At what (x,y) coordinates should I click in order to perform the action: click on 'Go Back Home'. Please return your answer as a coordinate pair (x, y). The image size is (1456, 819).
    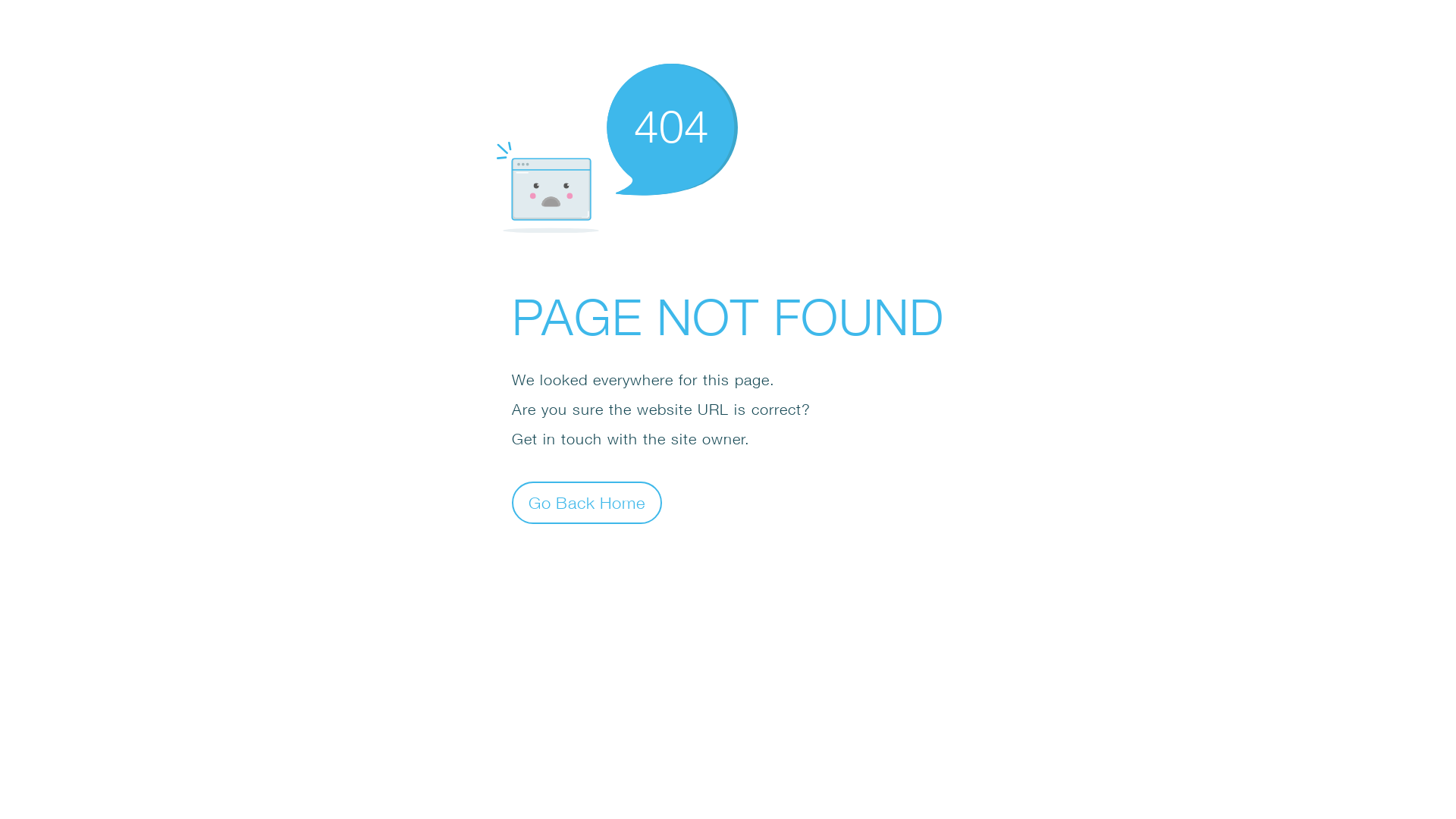
    Looking at the image, I should click on (585, 503).